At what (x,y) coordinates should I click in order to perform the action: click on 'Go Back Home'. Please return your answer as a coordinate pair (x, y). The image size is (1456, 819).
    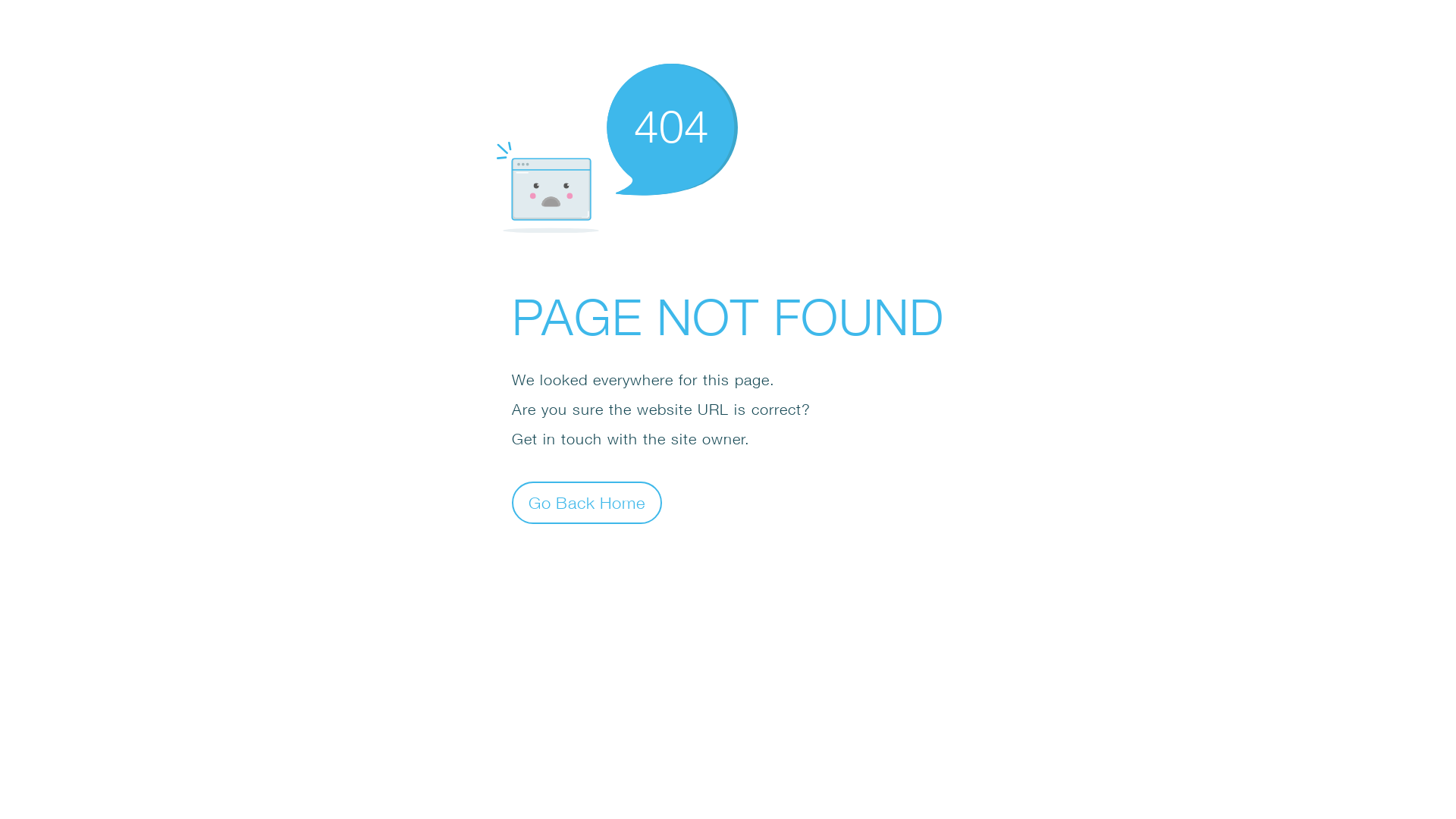
    Looking at the image, I should click on (585, 503).